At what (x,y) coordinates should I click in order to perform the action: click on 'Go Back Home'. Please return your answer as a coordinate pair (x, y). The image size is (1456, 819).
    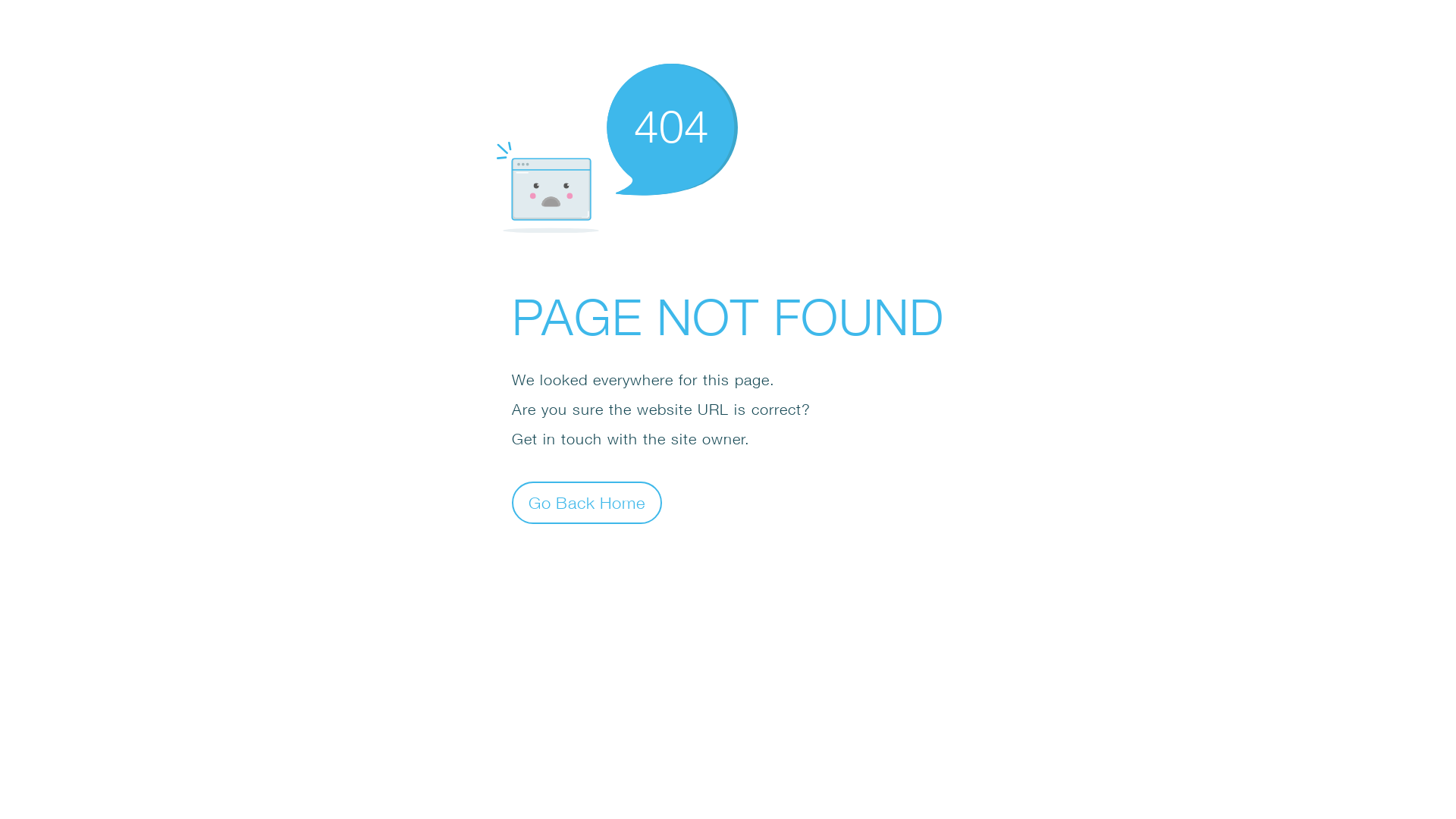
    Looking at the image, I should click on (585, 503).